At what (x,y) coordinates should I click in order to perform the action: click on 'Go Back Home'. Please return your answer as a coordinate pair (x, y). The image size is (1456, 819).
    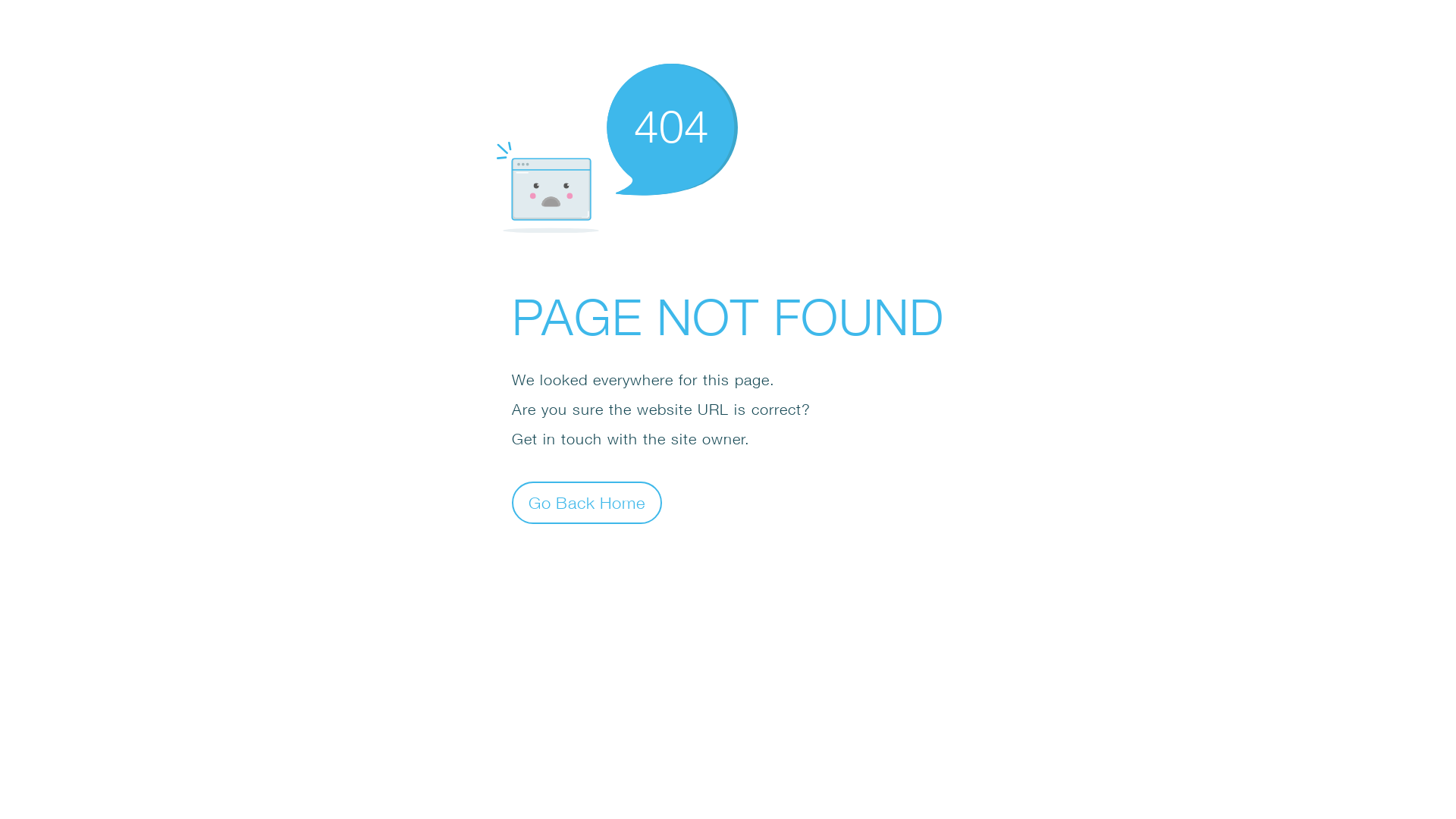
    Looking at the image, I should click on (585, 503).